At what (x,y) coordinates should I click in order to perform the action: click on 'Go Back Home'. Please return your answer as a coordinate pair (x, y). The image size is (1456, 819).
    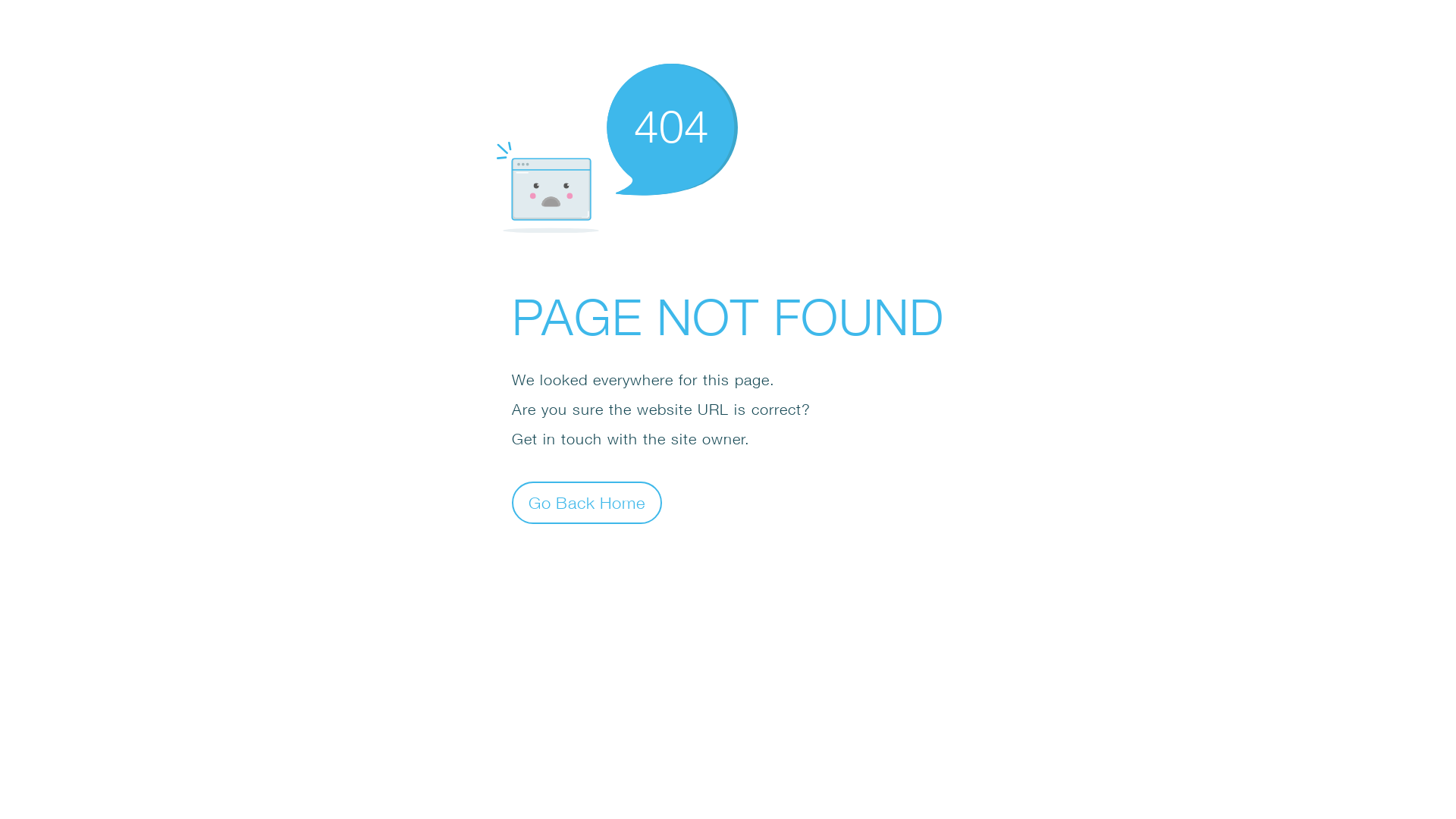
    Looking at the image, I should click on (585, 503).